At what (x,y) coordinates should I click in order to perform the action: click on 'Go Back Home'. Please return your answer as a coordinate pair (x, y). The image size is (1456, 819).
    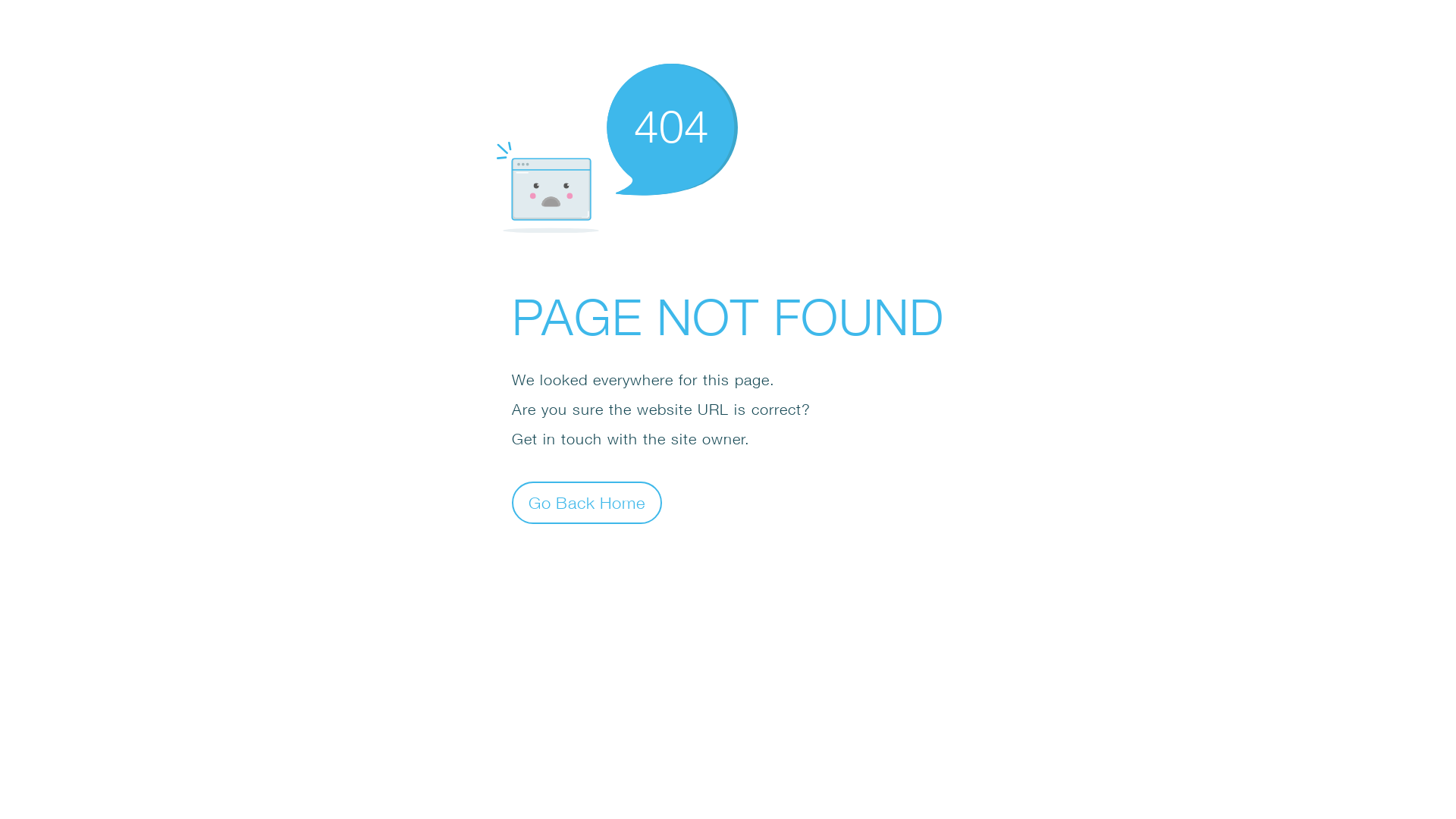
    Looking at the image, I should click on (585, 503).